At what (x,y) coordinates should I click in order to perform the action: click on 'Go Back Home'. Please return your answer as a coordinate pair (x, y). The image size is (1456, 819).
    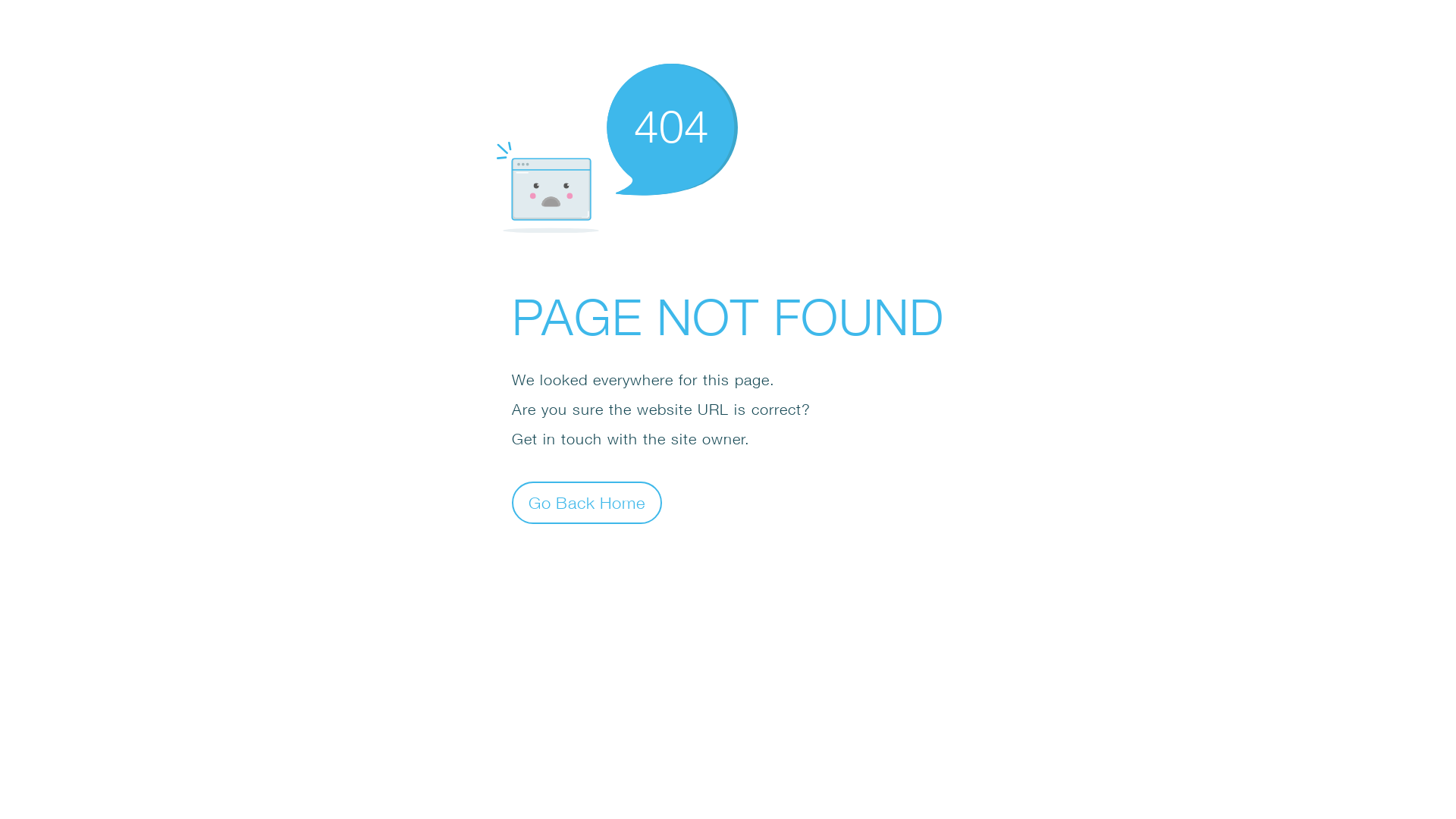
    Looking at the image, I should click on (585, 503).